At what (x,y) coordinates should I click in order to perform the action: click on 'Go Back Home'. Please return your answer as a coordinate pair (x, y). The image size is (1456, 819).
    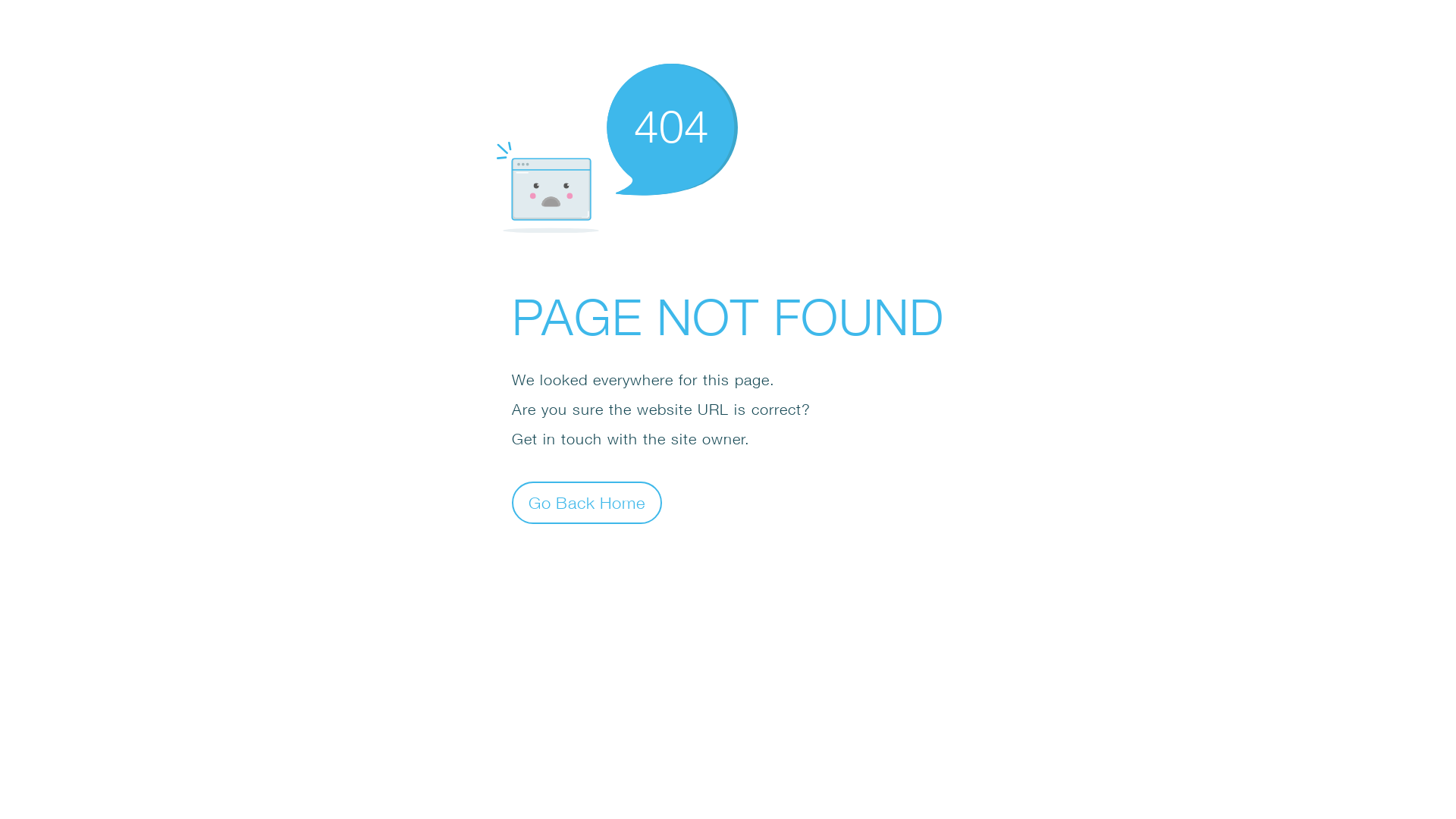
    Looking at the image, I should click on (585, 503).